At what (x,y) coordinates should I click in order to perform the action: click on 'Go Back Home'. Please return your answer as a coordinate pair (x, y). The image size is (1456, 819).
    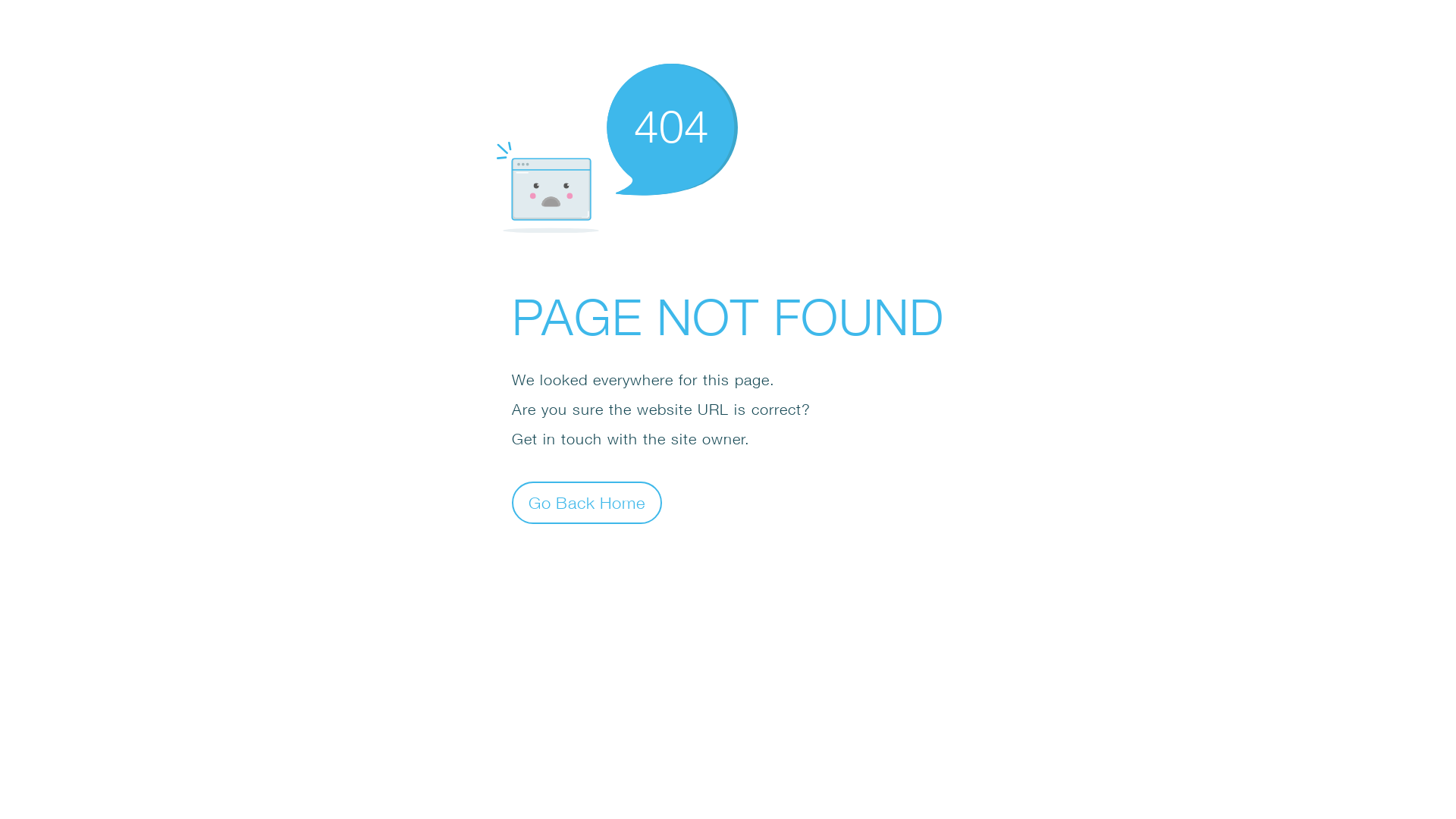
    Looking at the image, I should click on (585, 503).